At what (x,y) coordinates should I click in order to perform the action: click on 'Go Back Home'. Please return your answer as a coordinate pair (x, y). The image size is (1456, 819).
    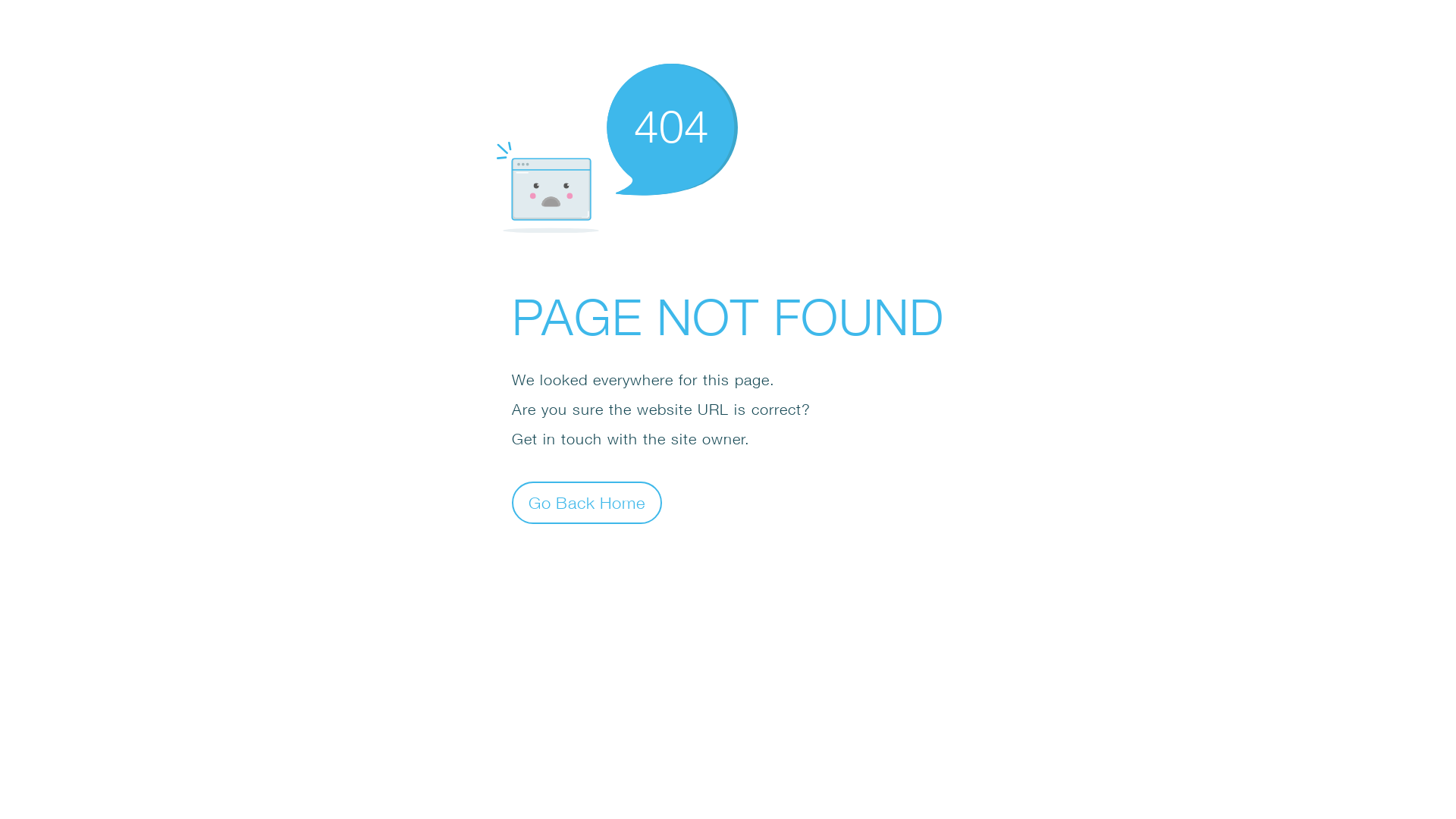
    Looking at the image, I should click on (585, 503).